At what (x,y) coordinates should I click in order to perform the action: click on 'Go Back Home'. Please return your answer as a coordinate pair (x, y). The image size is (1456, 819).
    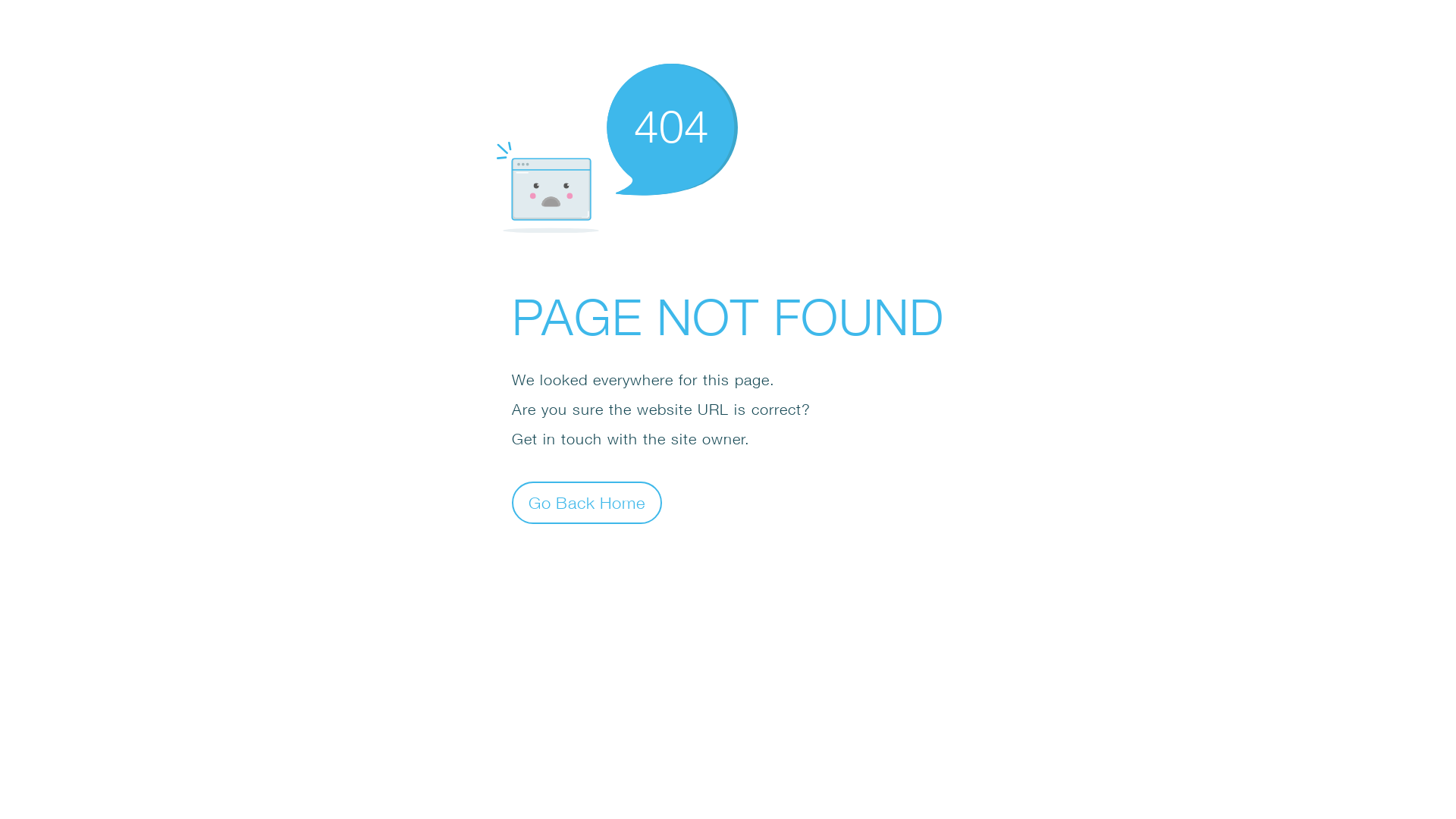
    Looking at the image, I should click on (585, 503).